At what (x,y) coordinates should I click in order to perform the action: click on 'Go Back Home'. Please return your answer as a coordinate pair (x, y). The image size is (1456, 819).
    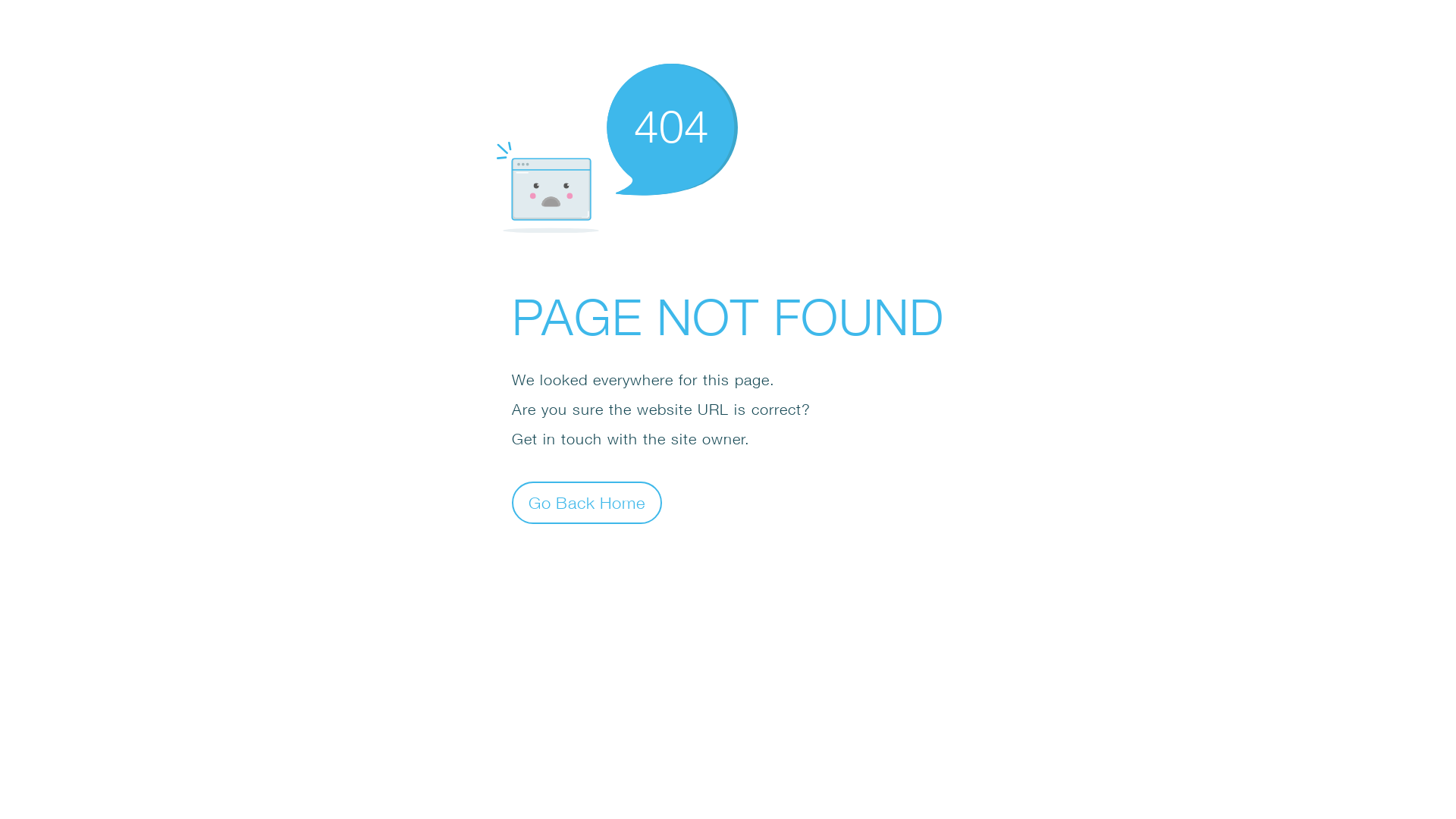
    Looking at the image, I should click on (585, 503).